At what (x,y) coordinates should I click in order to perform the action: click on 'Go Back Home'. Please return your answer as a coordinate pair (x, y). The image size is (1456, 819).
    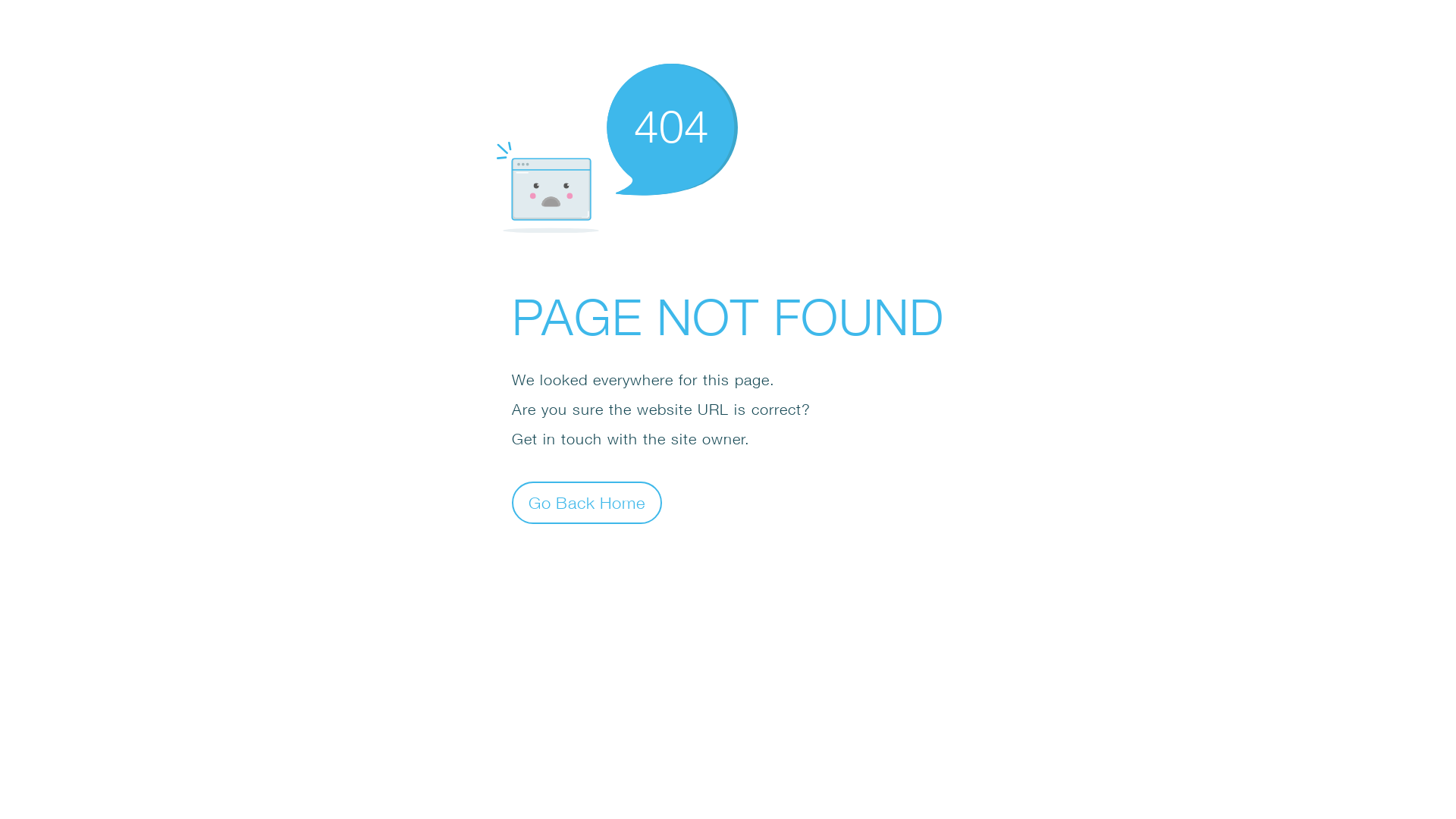
    Looking at the image, I should click on (585, 503).